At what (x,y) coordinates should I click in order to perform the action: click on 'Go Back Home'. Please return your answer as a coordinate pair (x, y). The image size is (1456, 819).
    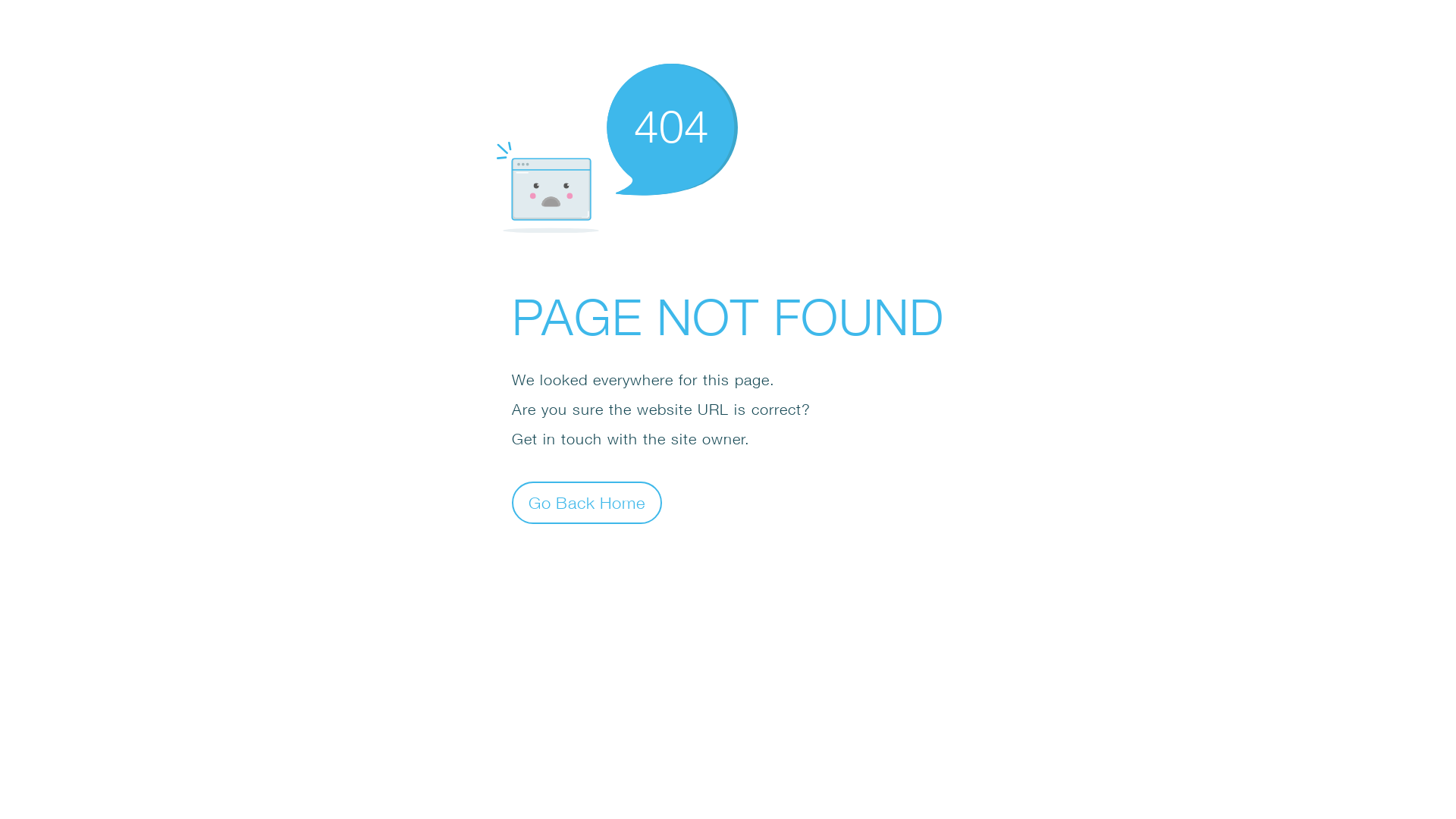
    Looking at the image, I should click on (585, 503).